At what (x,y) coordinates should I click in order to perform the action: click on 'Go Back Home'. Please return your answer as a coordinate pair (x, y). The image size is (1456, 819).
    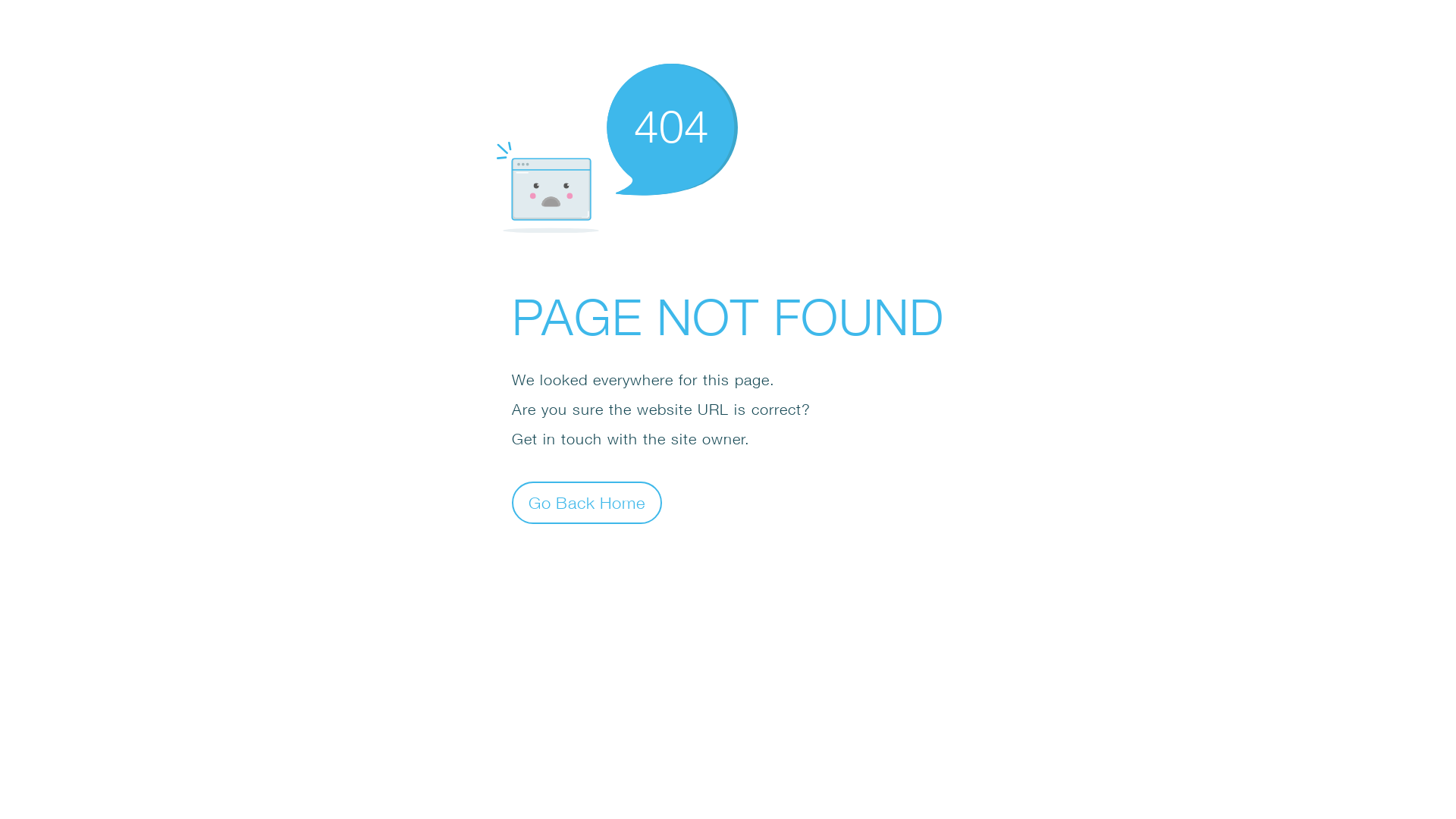
    Looking at the image, I should click on (585, 503).